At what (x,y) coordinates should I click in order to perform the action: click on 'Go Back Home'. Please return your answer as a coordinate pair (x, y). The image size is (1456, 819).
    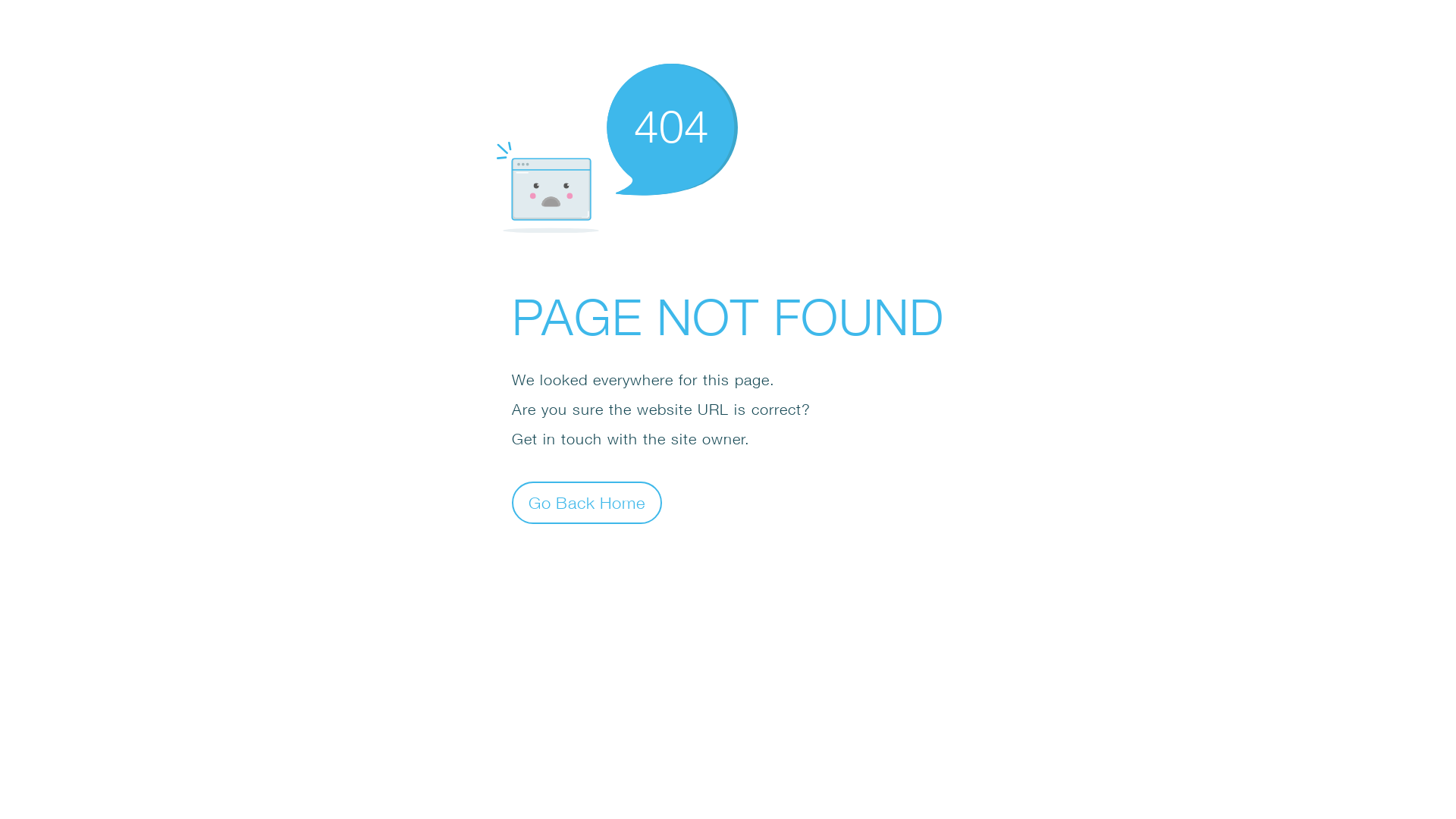
    Looking at the image, I should click on (585, 503).